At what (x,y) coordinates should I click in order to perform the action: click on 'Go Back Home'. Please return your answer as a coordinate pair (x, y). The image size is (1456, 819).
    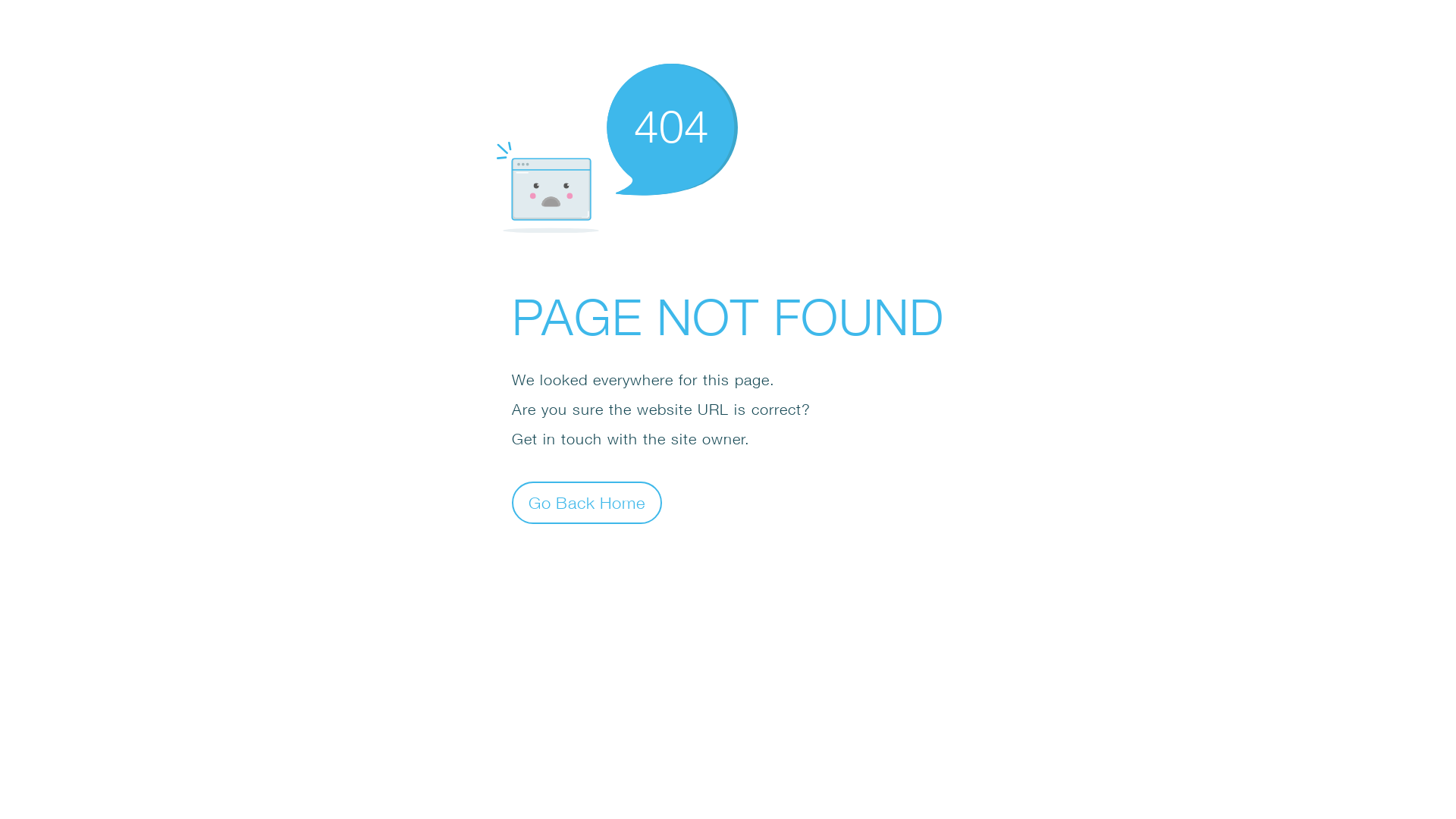
    Looking at the image, I should click on (585, 503).